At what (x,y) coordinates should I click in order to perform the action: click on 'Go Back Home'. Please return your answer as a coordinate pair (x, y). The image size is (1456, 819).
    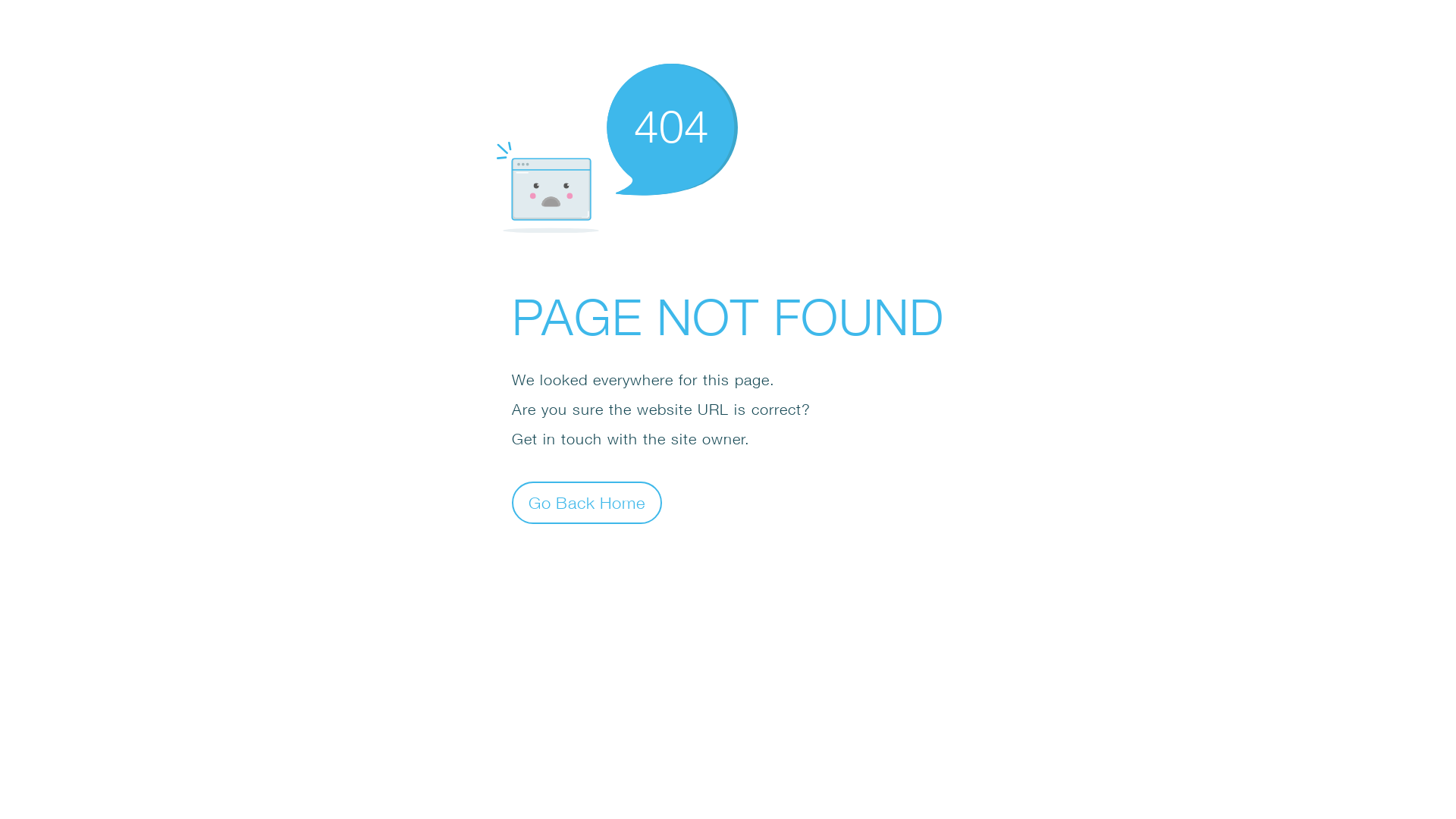
    Looking at the image, I should click on (585, 503).